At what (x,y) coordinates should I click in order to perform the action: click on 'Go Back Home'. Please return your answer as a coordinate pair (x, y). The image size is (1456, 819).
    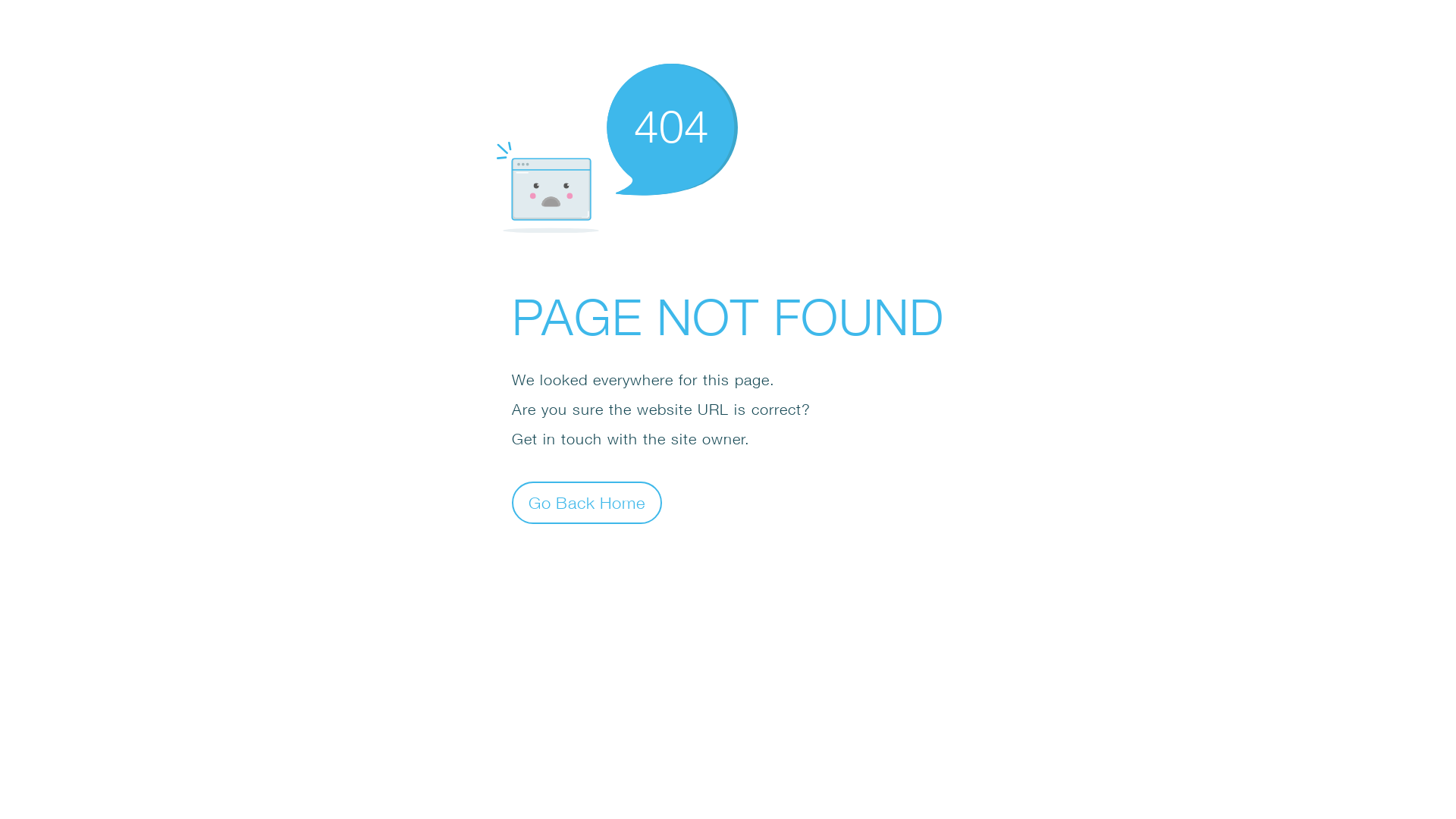
    Looking at the image, I should click on (585, 503).